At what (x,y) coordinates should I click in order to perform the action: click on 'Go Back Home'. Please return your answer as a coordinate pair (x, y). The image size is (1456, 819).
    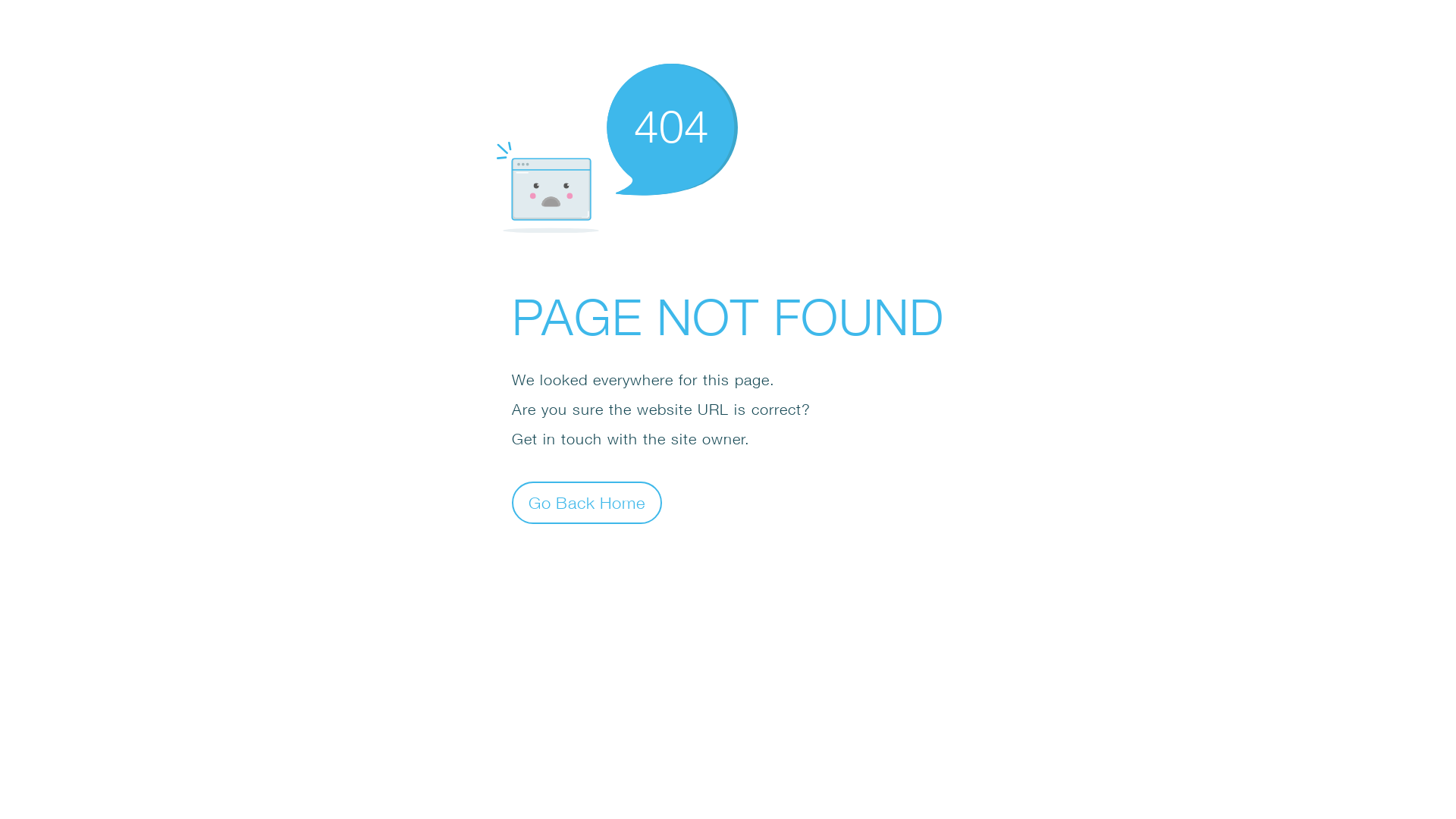
    Looking at the image, I should click on (585, 503).